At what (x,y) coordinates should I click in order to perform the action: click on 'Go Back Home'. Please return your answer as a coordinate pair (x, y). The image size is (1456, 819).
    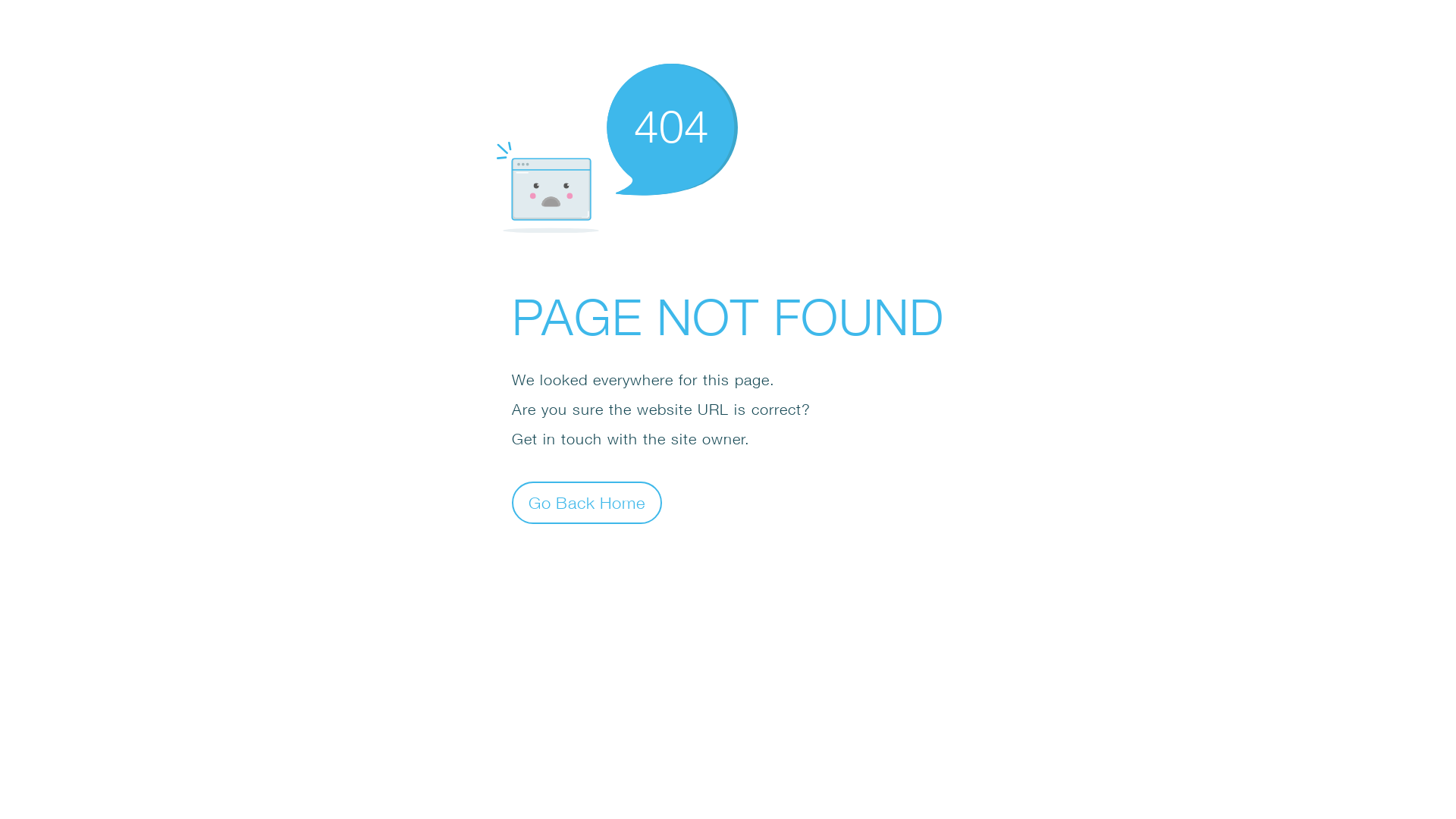
    Looking at the image, I should click on (585, 503).